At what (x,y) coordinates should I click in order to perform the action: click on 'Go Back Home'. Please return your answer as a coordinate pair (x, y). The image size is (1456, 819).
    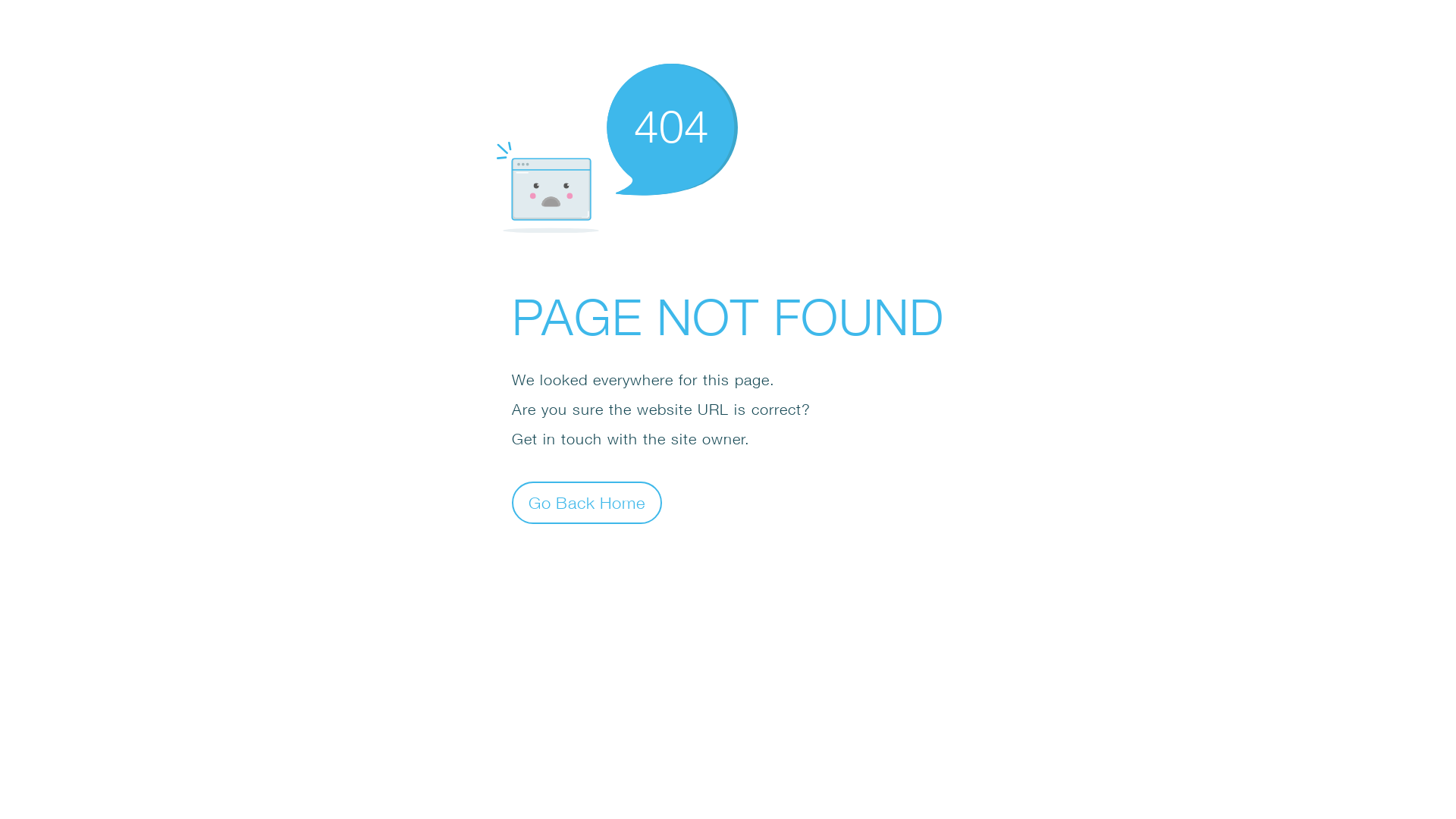
    Looking at the image, I should click on (585, 503).